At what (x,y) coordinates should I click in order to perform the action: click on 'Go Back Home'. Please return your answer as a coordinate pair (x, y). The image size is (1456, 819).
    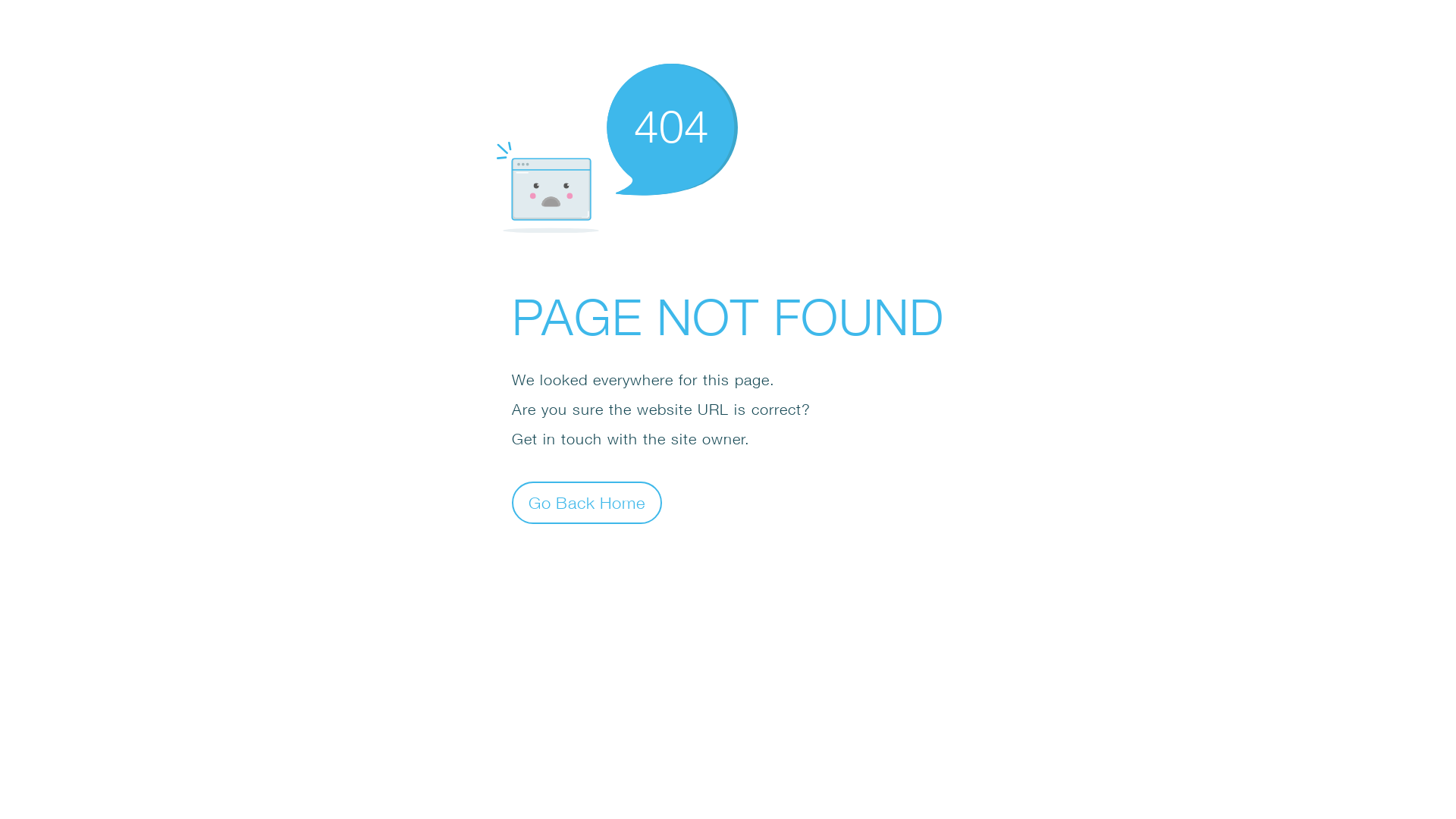
    Looking at the image, I should click on (585, 503).